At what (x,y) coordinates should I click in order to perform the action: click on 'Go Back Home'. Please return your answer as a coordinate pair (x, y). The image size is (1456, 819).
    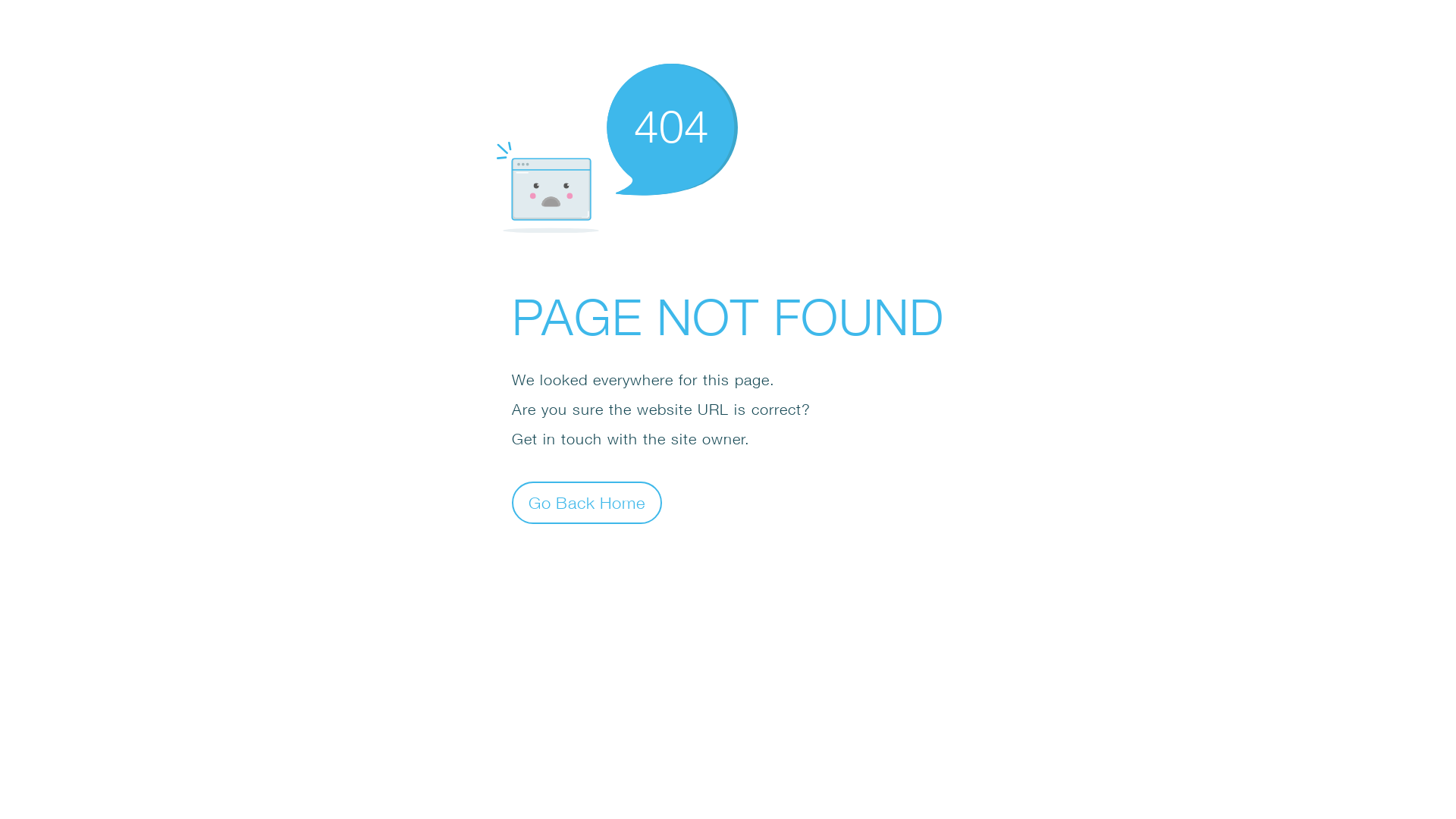
    Looking at the image, I should click on (585, 503).